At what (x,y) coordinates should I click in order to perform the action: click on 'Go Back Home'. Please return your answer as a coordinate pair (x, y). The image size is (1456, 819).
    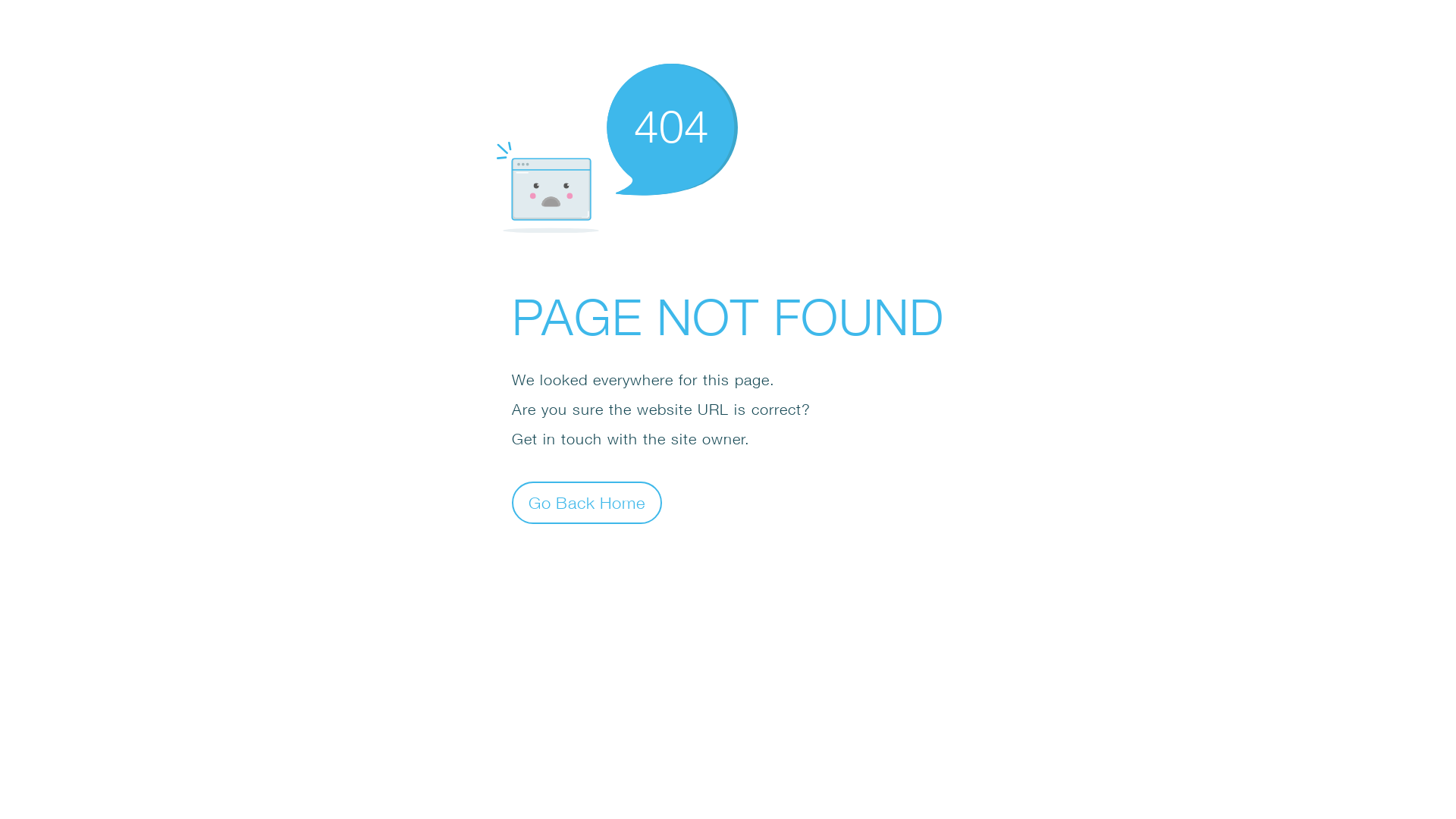
    Looking at the image, I should click on (585, 503).